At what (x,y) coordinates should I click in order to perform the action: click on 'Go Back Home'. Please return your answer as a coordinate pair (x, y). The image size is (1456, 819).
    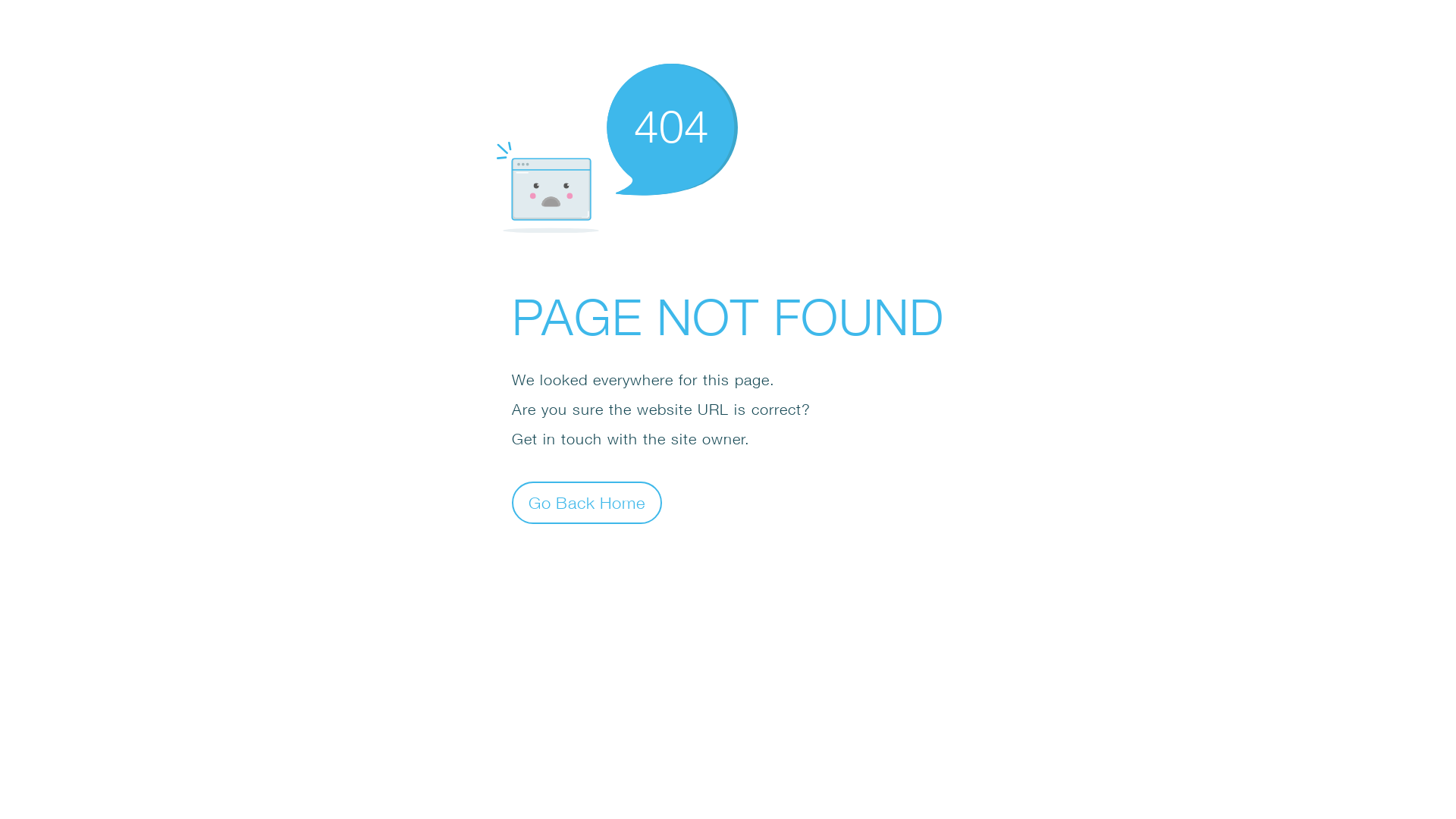
    Looking at the image, I should click on (585, 503).